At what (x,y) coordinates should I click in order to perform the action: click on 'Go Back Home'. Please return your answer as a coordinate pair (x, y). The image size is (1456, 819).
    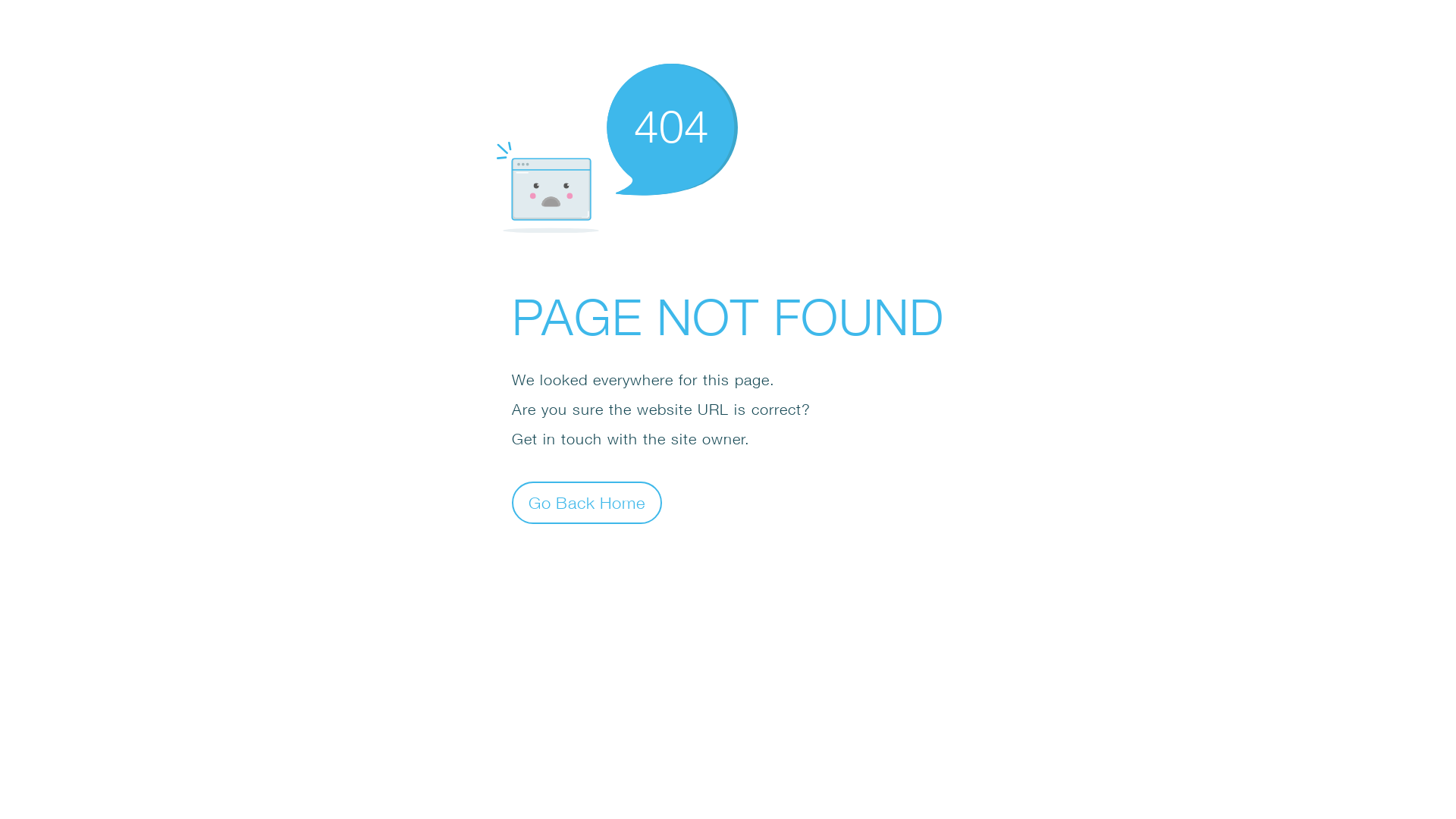
    Looking at the image, I should click on (585, 503).